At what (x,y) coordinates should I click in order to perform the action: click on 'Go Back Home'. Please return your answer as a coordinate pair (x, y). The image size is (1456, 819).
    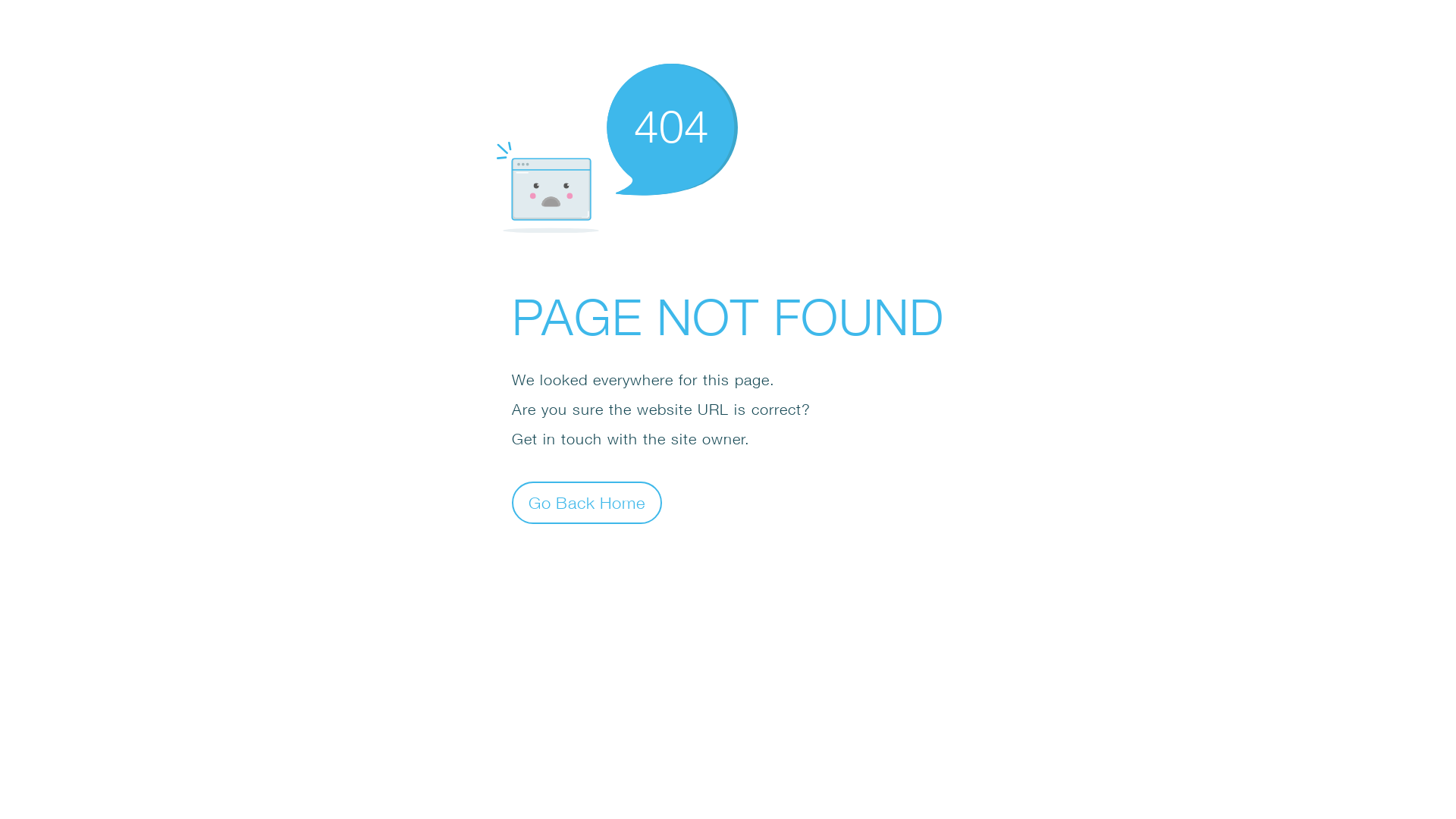
    Looking at the image, I should click on (585, 503).